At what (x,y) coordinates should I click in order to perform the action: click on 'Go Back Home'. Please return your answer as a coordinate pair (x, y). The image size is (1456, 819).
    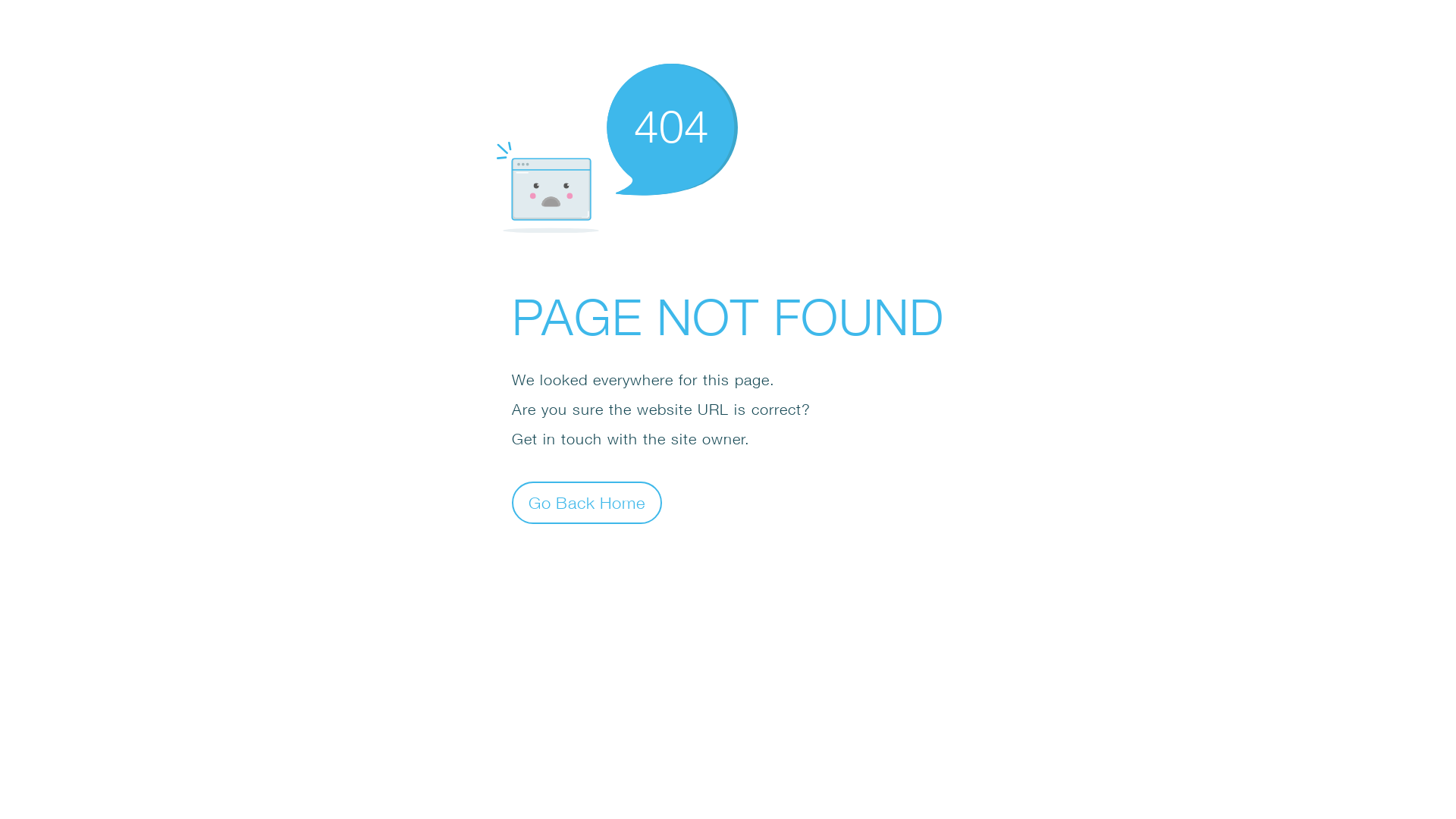
    Looking at the image, I should click on (585, 503).